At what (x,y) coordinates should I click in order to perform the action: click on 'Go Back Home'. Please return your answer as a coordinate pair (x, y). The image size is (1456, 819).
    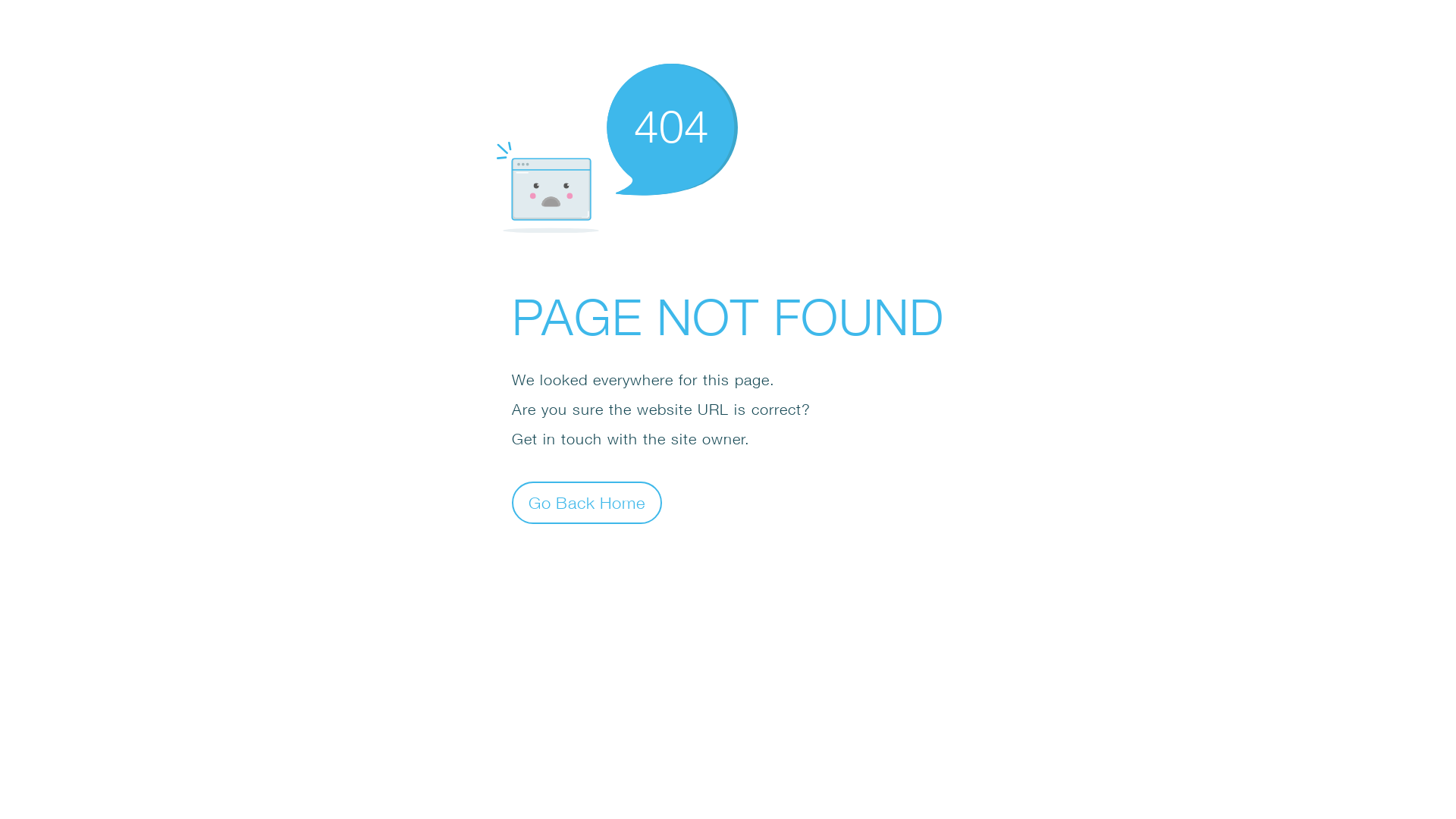
    Looking at the image, I should click on (585, 503).